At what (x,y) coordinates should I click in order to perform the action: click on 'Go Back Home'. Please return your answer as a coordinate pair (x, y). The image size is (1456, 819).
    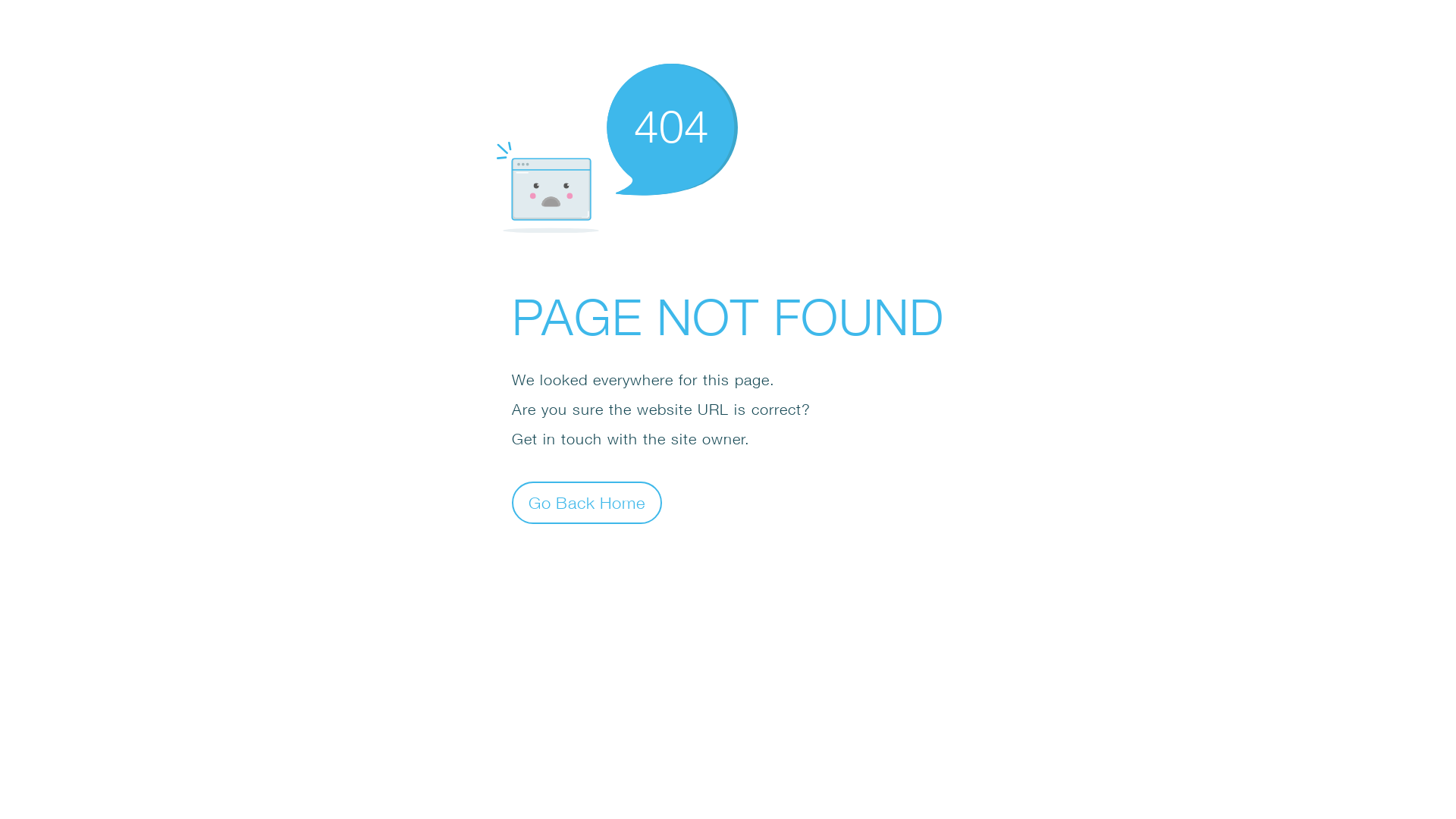
    Looking at the image, I should click on (585, 503).